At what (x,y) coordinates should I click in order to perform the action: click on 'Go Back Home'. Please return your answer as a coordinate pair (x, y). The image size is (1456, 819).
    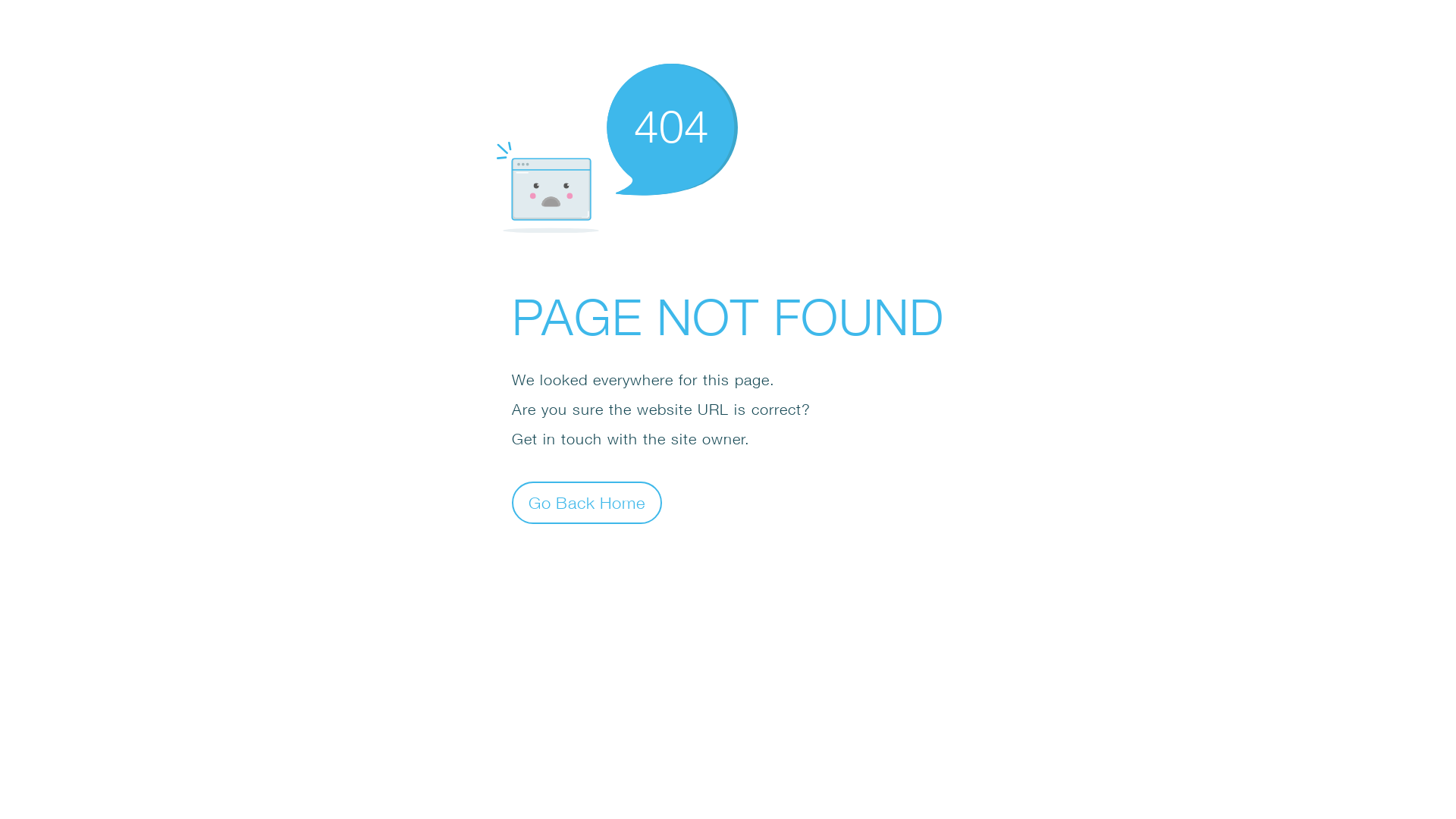
    Looking at the image, I should click on (585, 503).